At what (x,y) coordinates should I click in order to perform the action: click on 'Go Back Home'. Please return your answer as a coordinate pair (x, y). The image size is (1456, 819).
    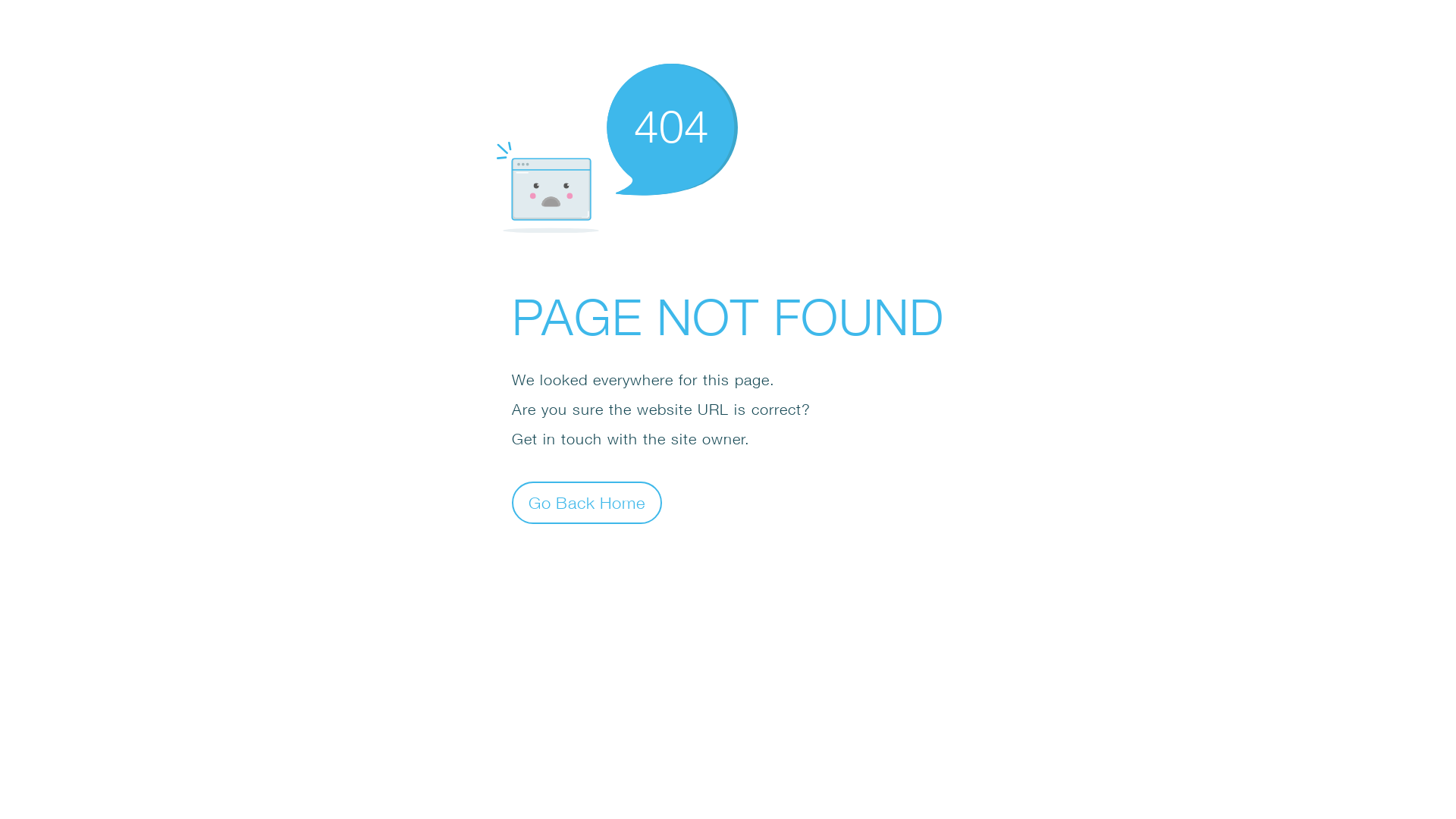
    Looking at the image, I should click on (585, 503).